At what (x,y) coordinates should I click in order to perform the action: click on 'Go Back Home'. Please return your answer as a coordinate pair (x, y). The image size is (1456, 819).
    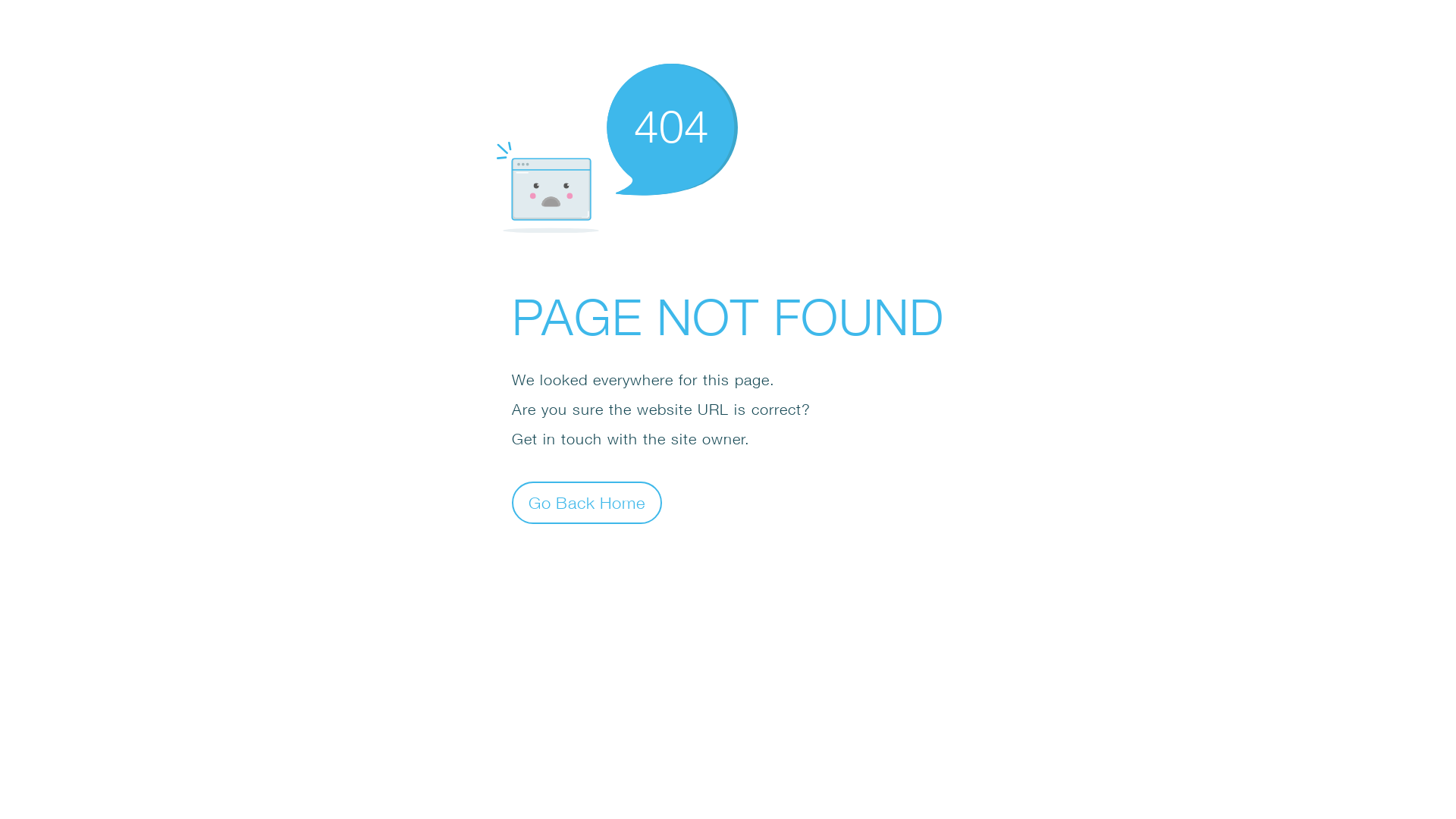
    Looking at the image, I should click on (585, 503).